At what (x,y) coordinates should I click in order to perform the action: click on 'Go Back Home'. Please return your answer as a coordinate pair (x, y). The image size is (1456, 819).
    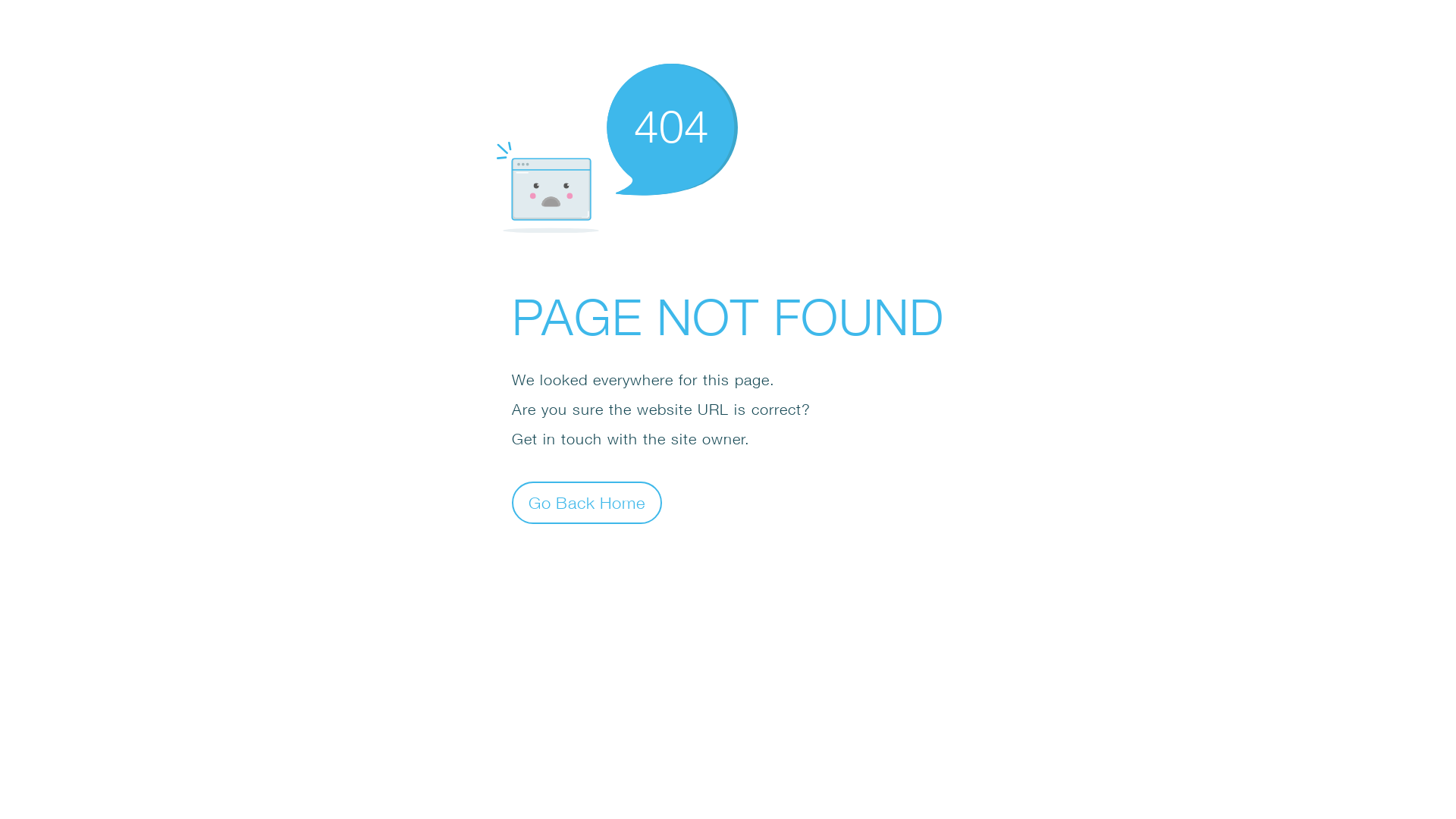
    Looking at the image, I should click on (585, 503).